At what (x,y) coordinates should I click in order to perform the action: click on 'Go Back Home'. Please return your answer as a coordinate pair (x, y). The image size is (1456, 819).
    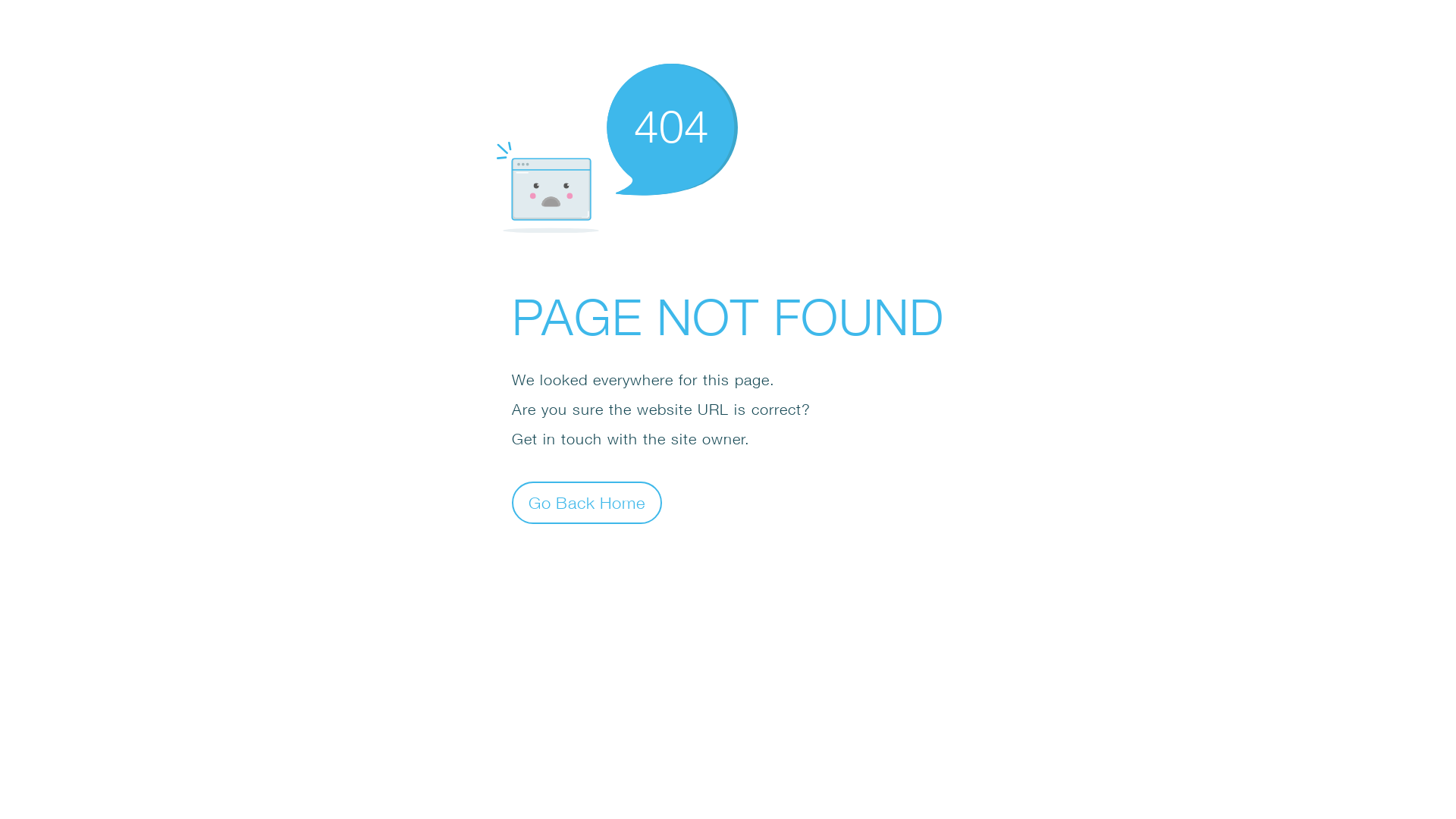
    Looking at the image, I should click on (585, 503).